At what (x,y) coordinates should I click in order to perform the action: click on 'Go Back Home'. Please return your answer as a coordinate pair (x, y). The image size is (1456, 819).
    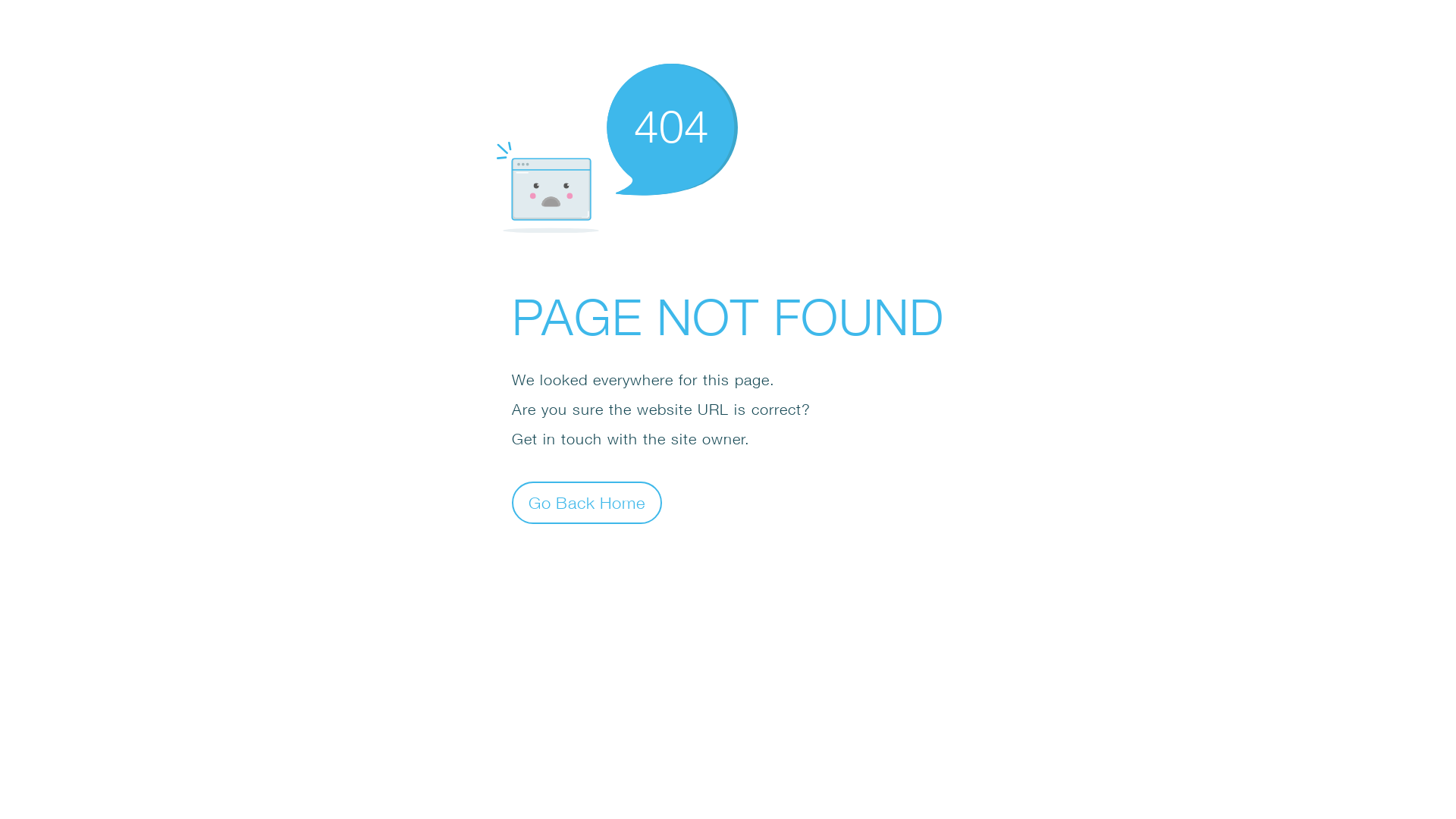
    Looking at the image, I should click on (585, 503).